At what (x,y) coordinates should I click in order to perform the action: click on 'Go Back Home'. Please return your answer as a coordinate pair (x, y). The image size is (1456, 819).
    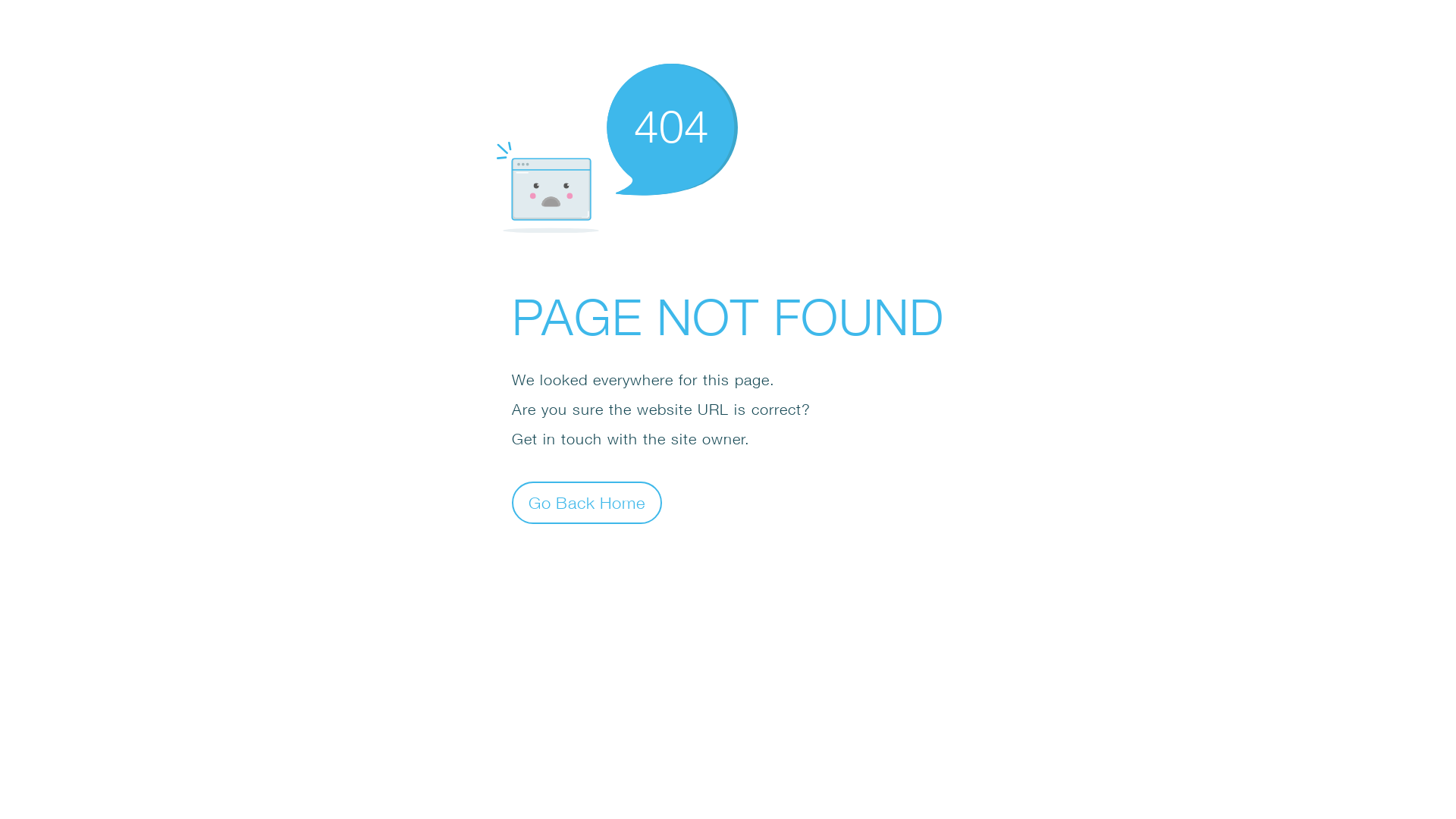
    Looking at the image, I should click on (585, 503).